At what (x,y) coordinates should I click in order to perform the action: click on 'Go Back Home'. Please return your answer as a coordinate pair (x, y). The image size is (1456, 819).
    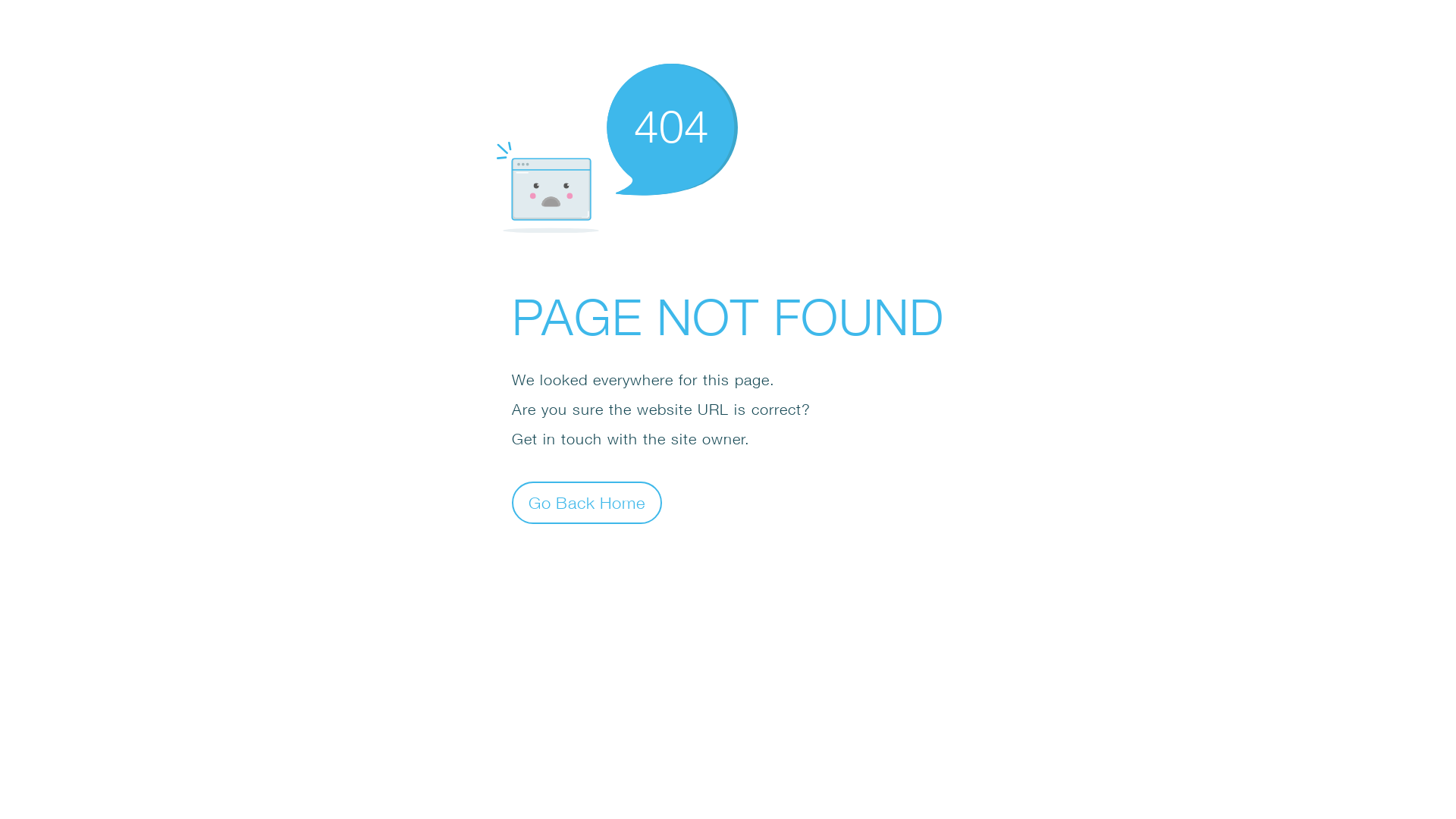
    Looking at the image, I should click on (585, 503).